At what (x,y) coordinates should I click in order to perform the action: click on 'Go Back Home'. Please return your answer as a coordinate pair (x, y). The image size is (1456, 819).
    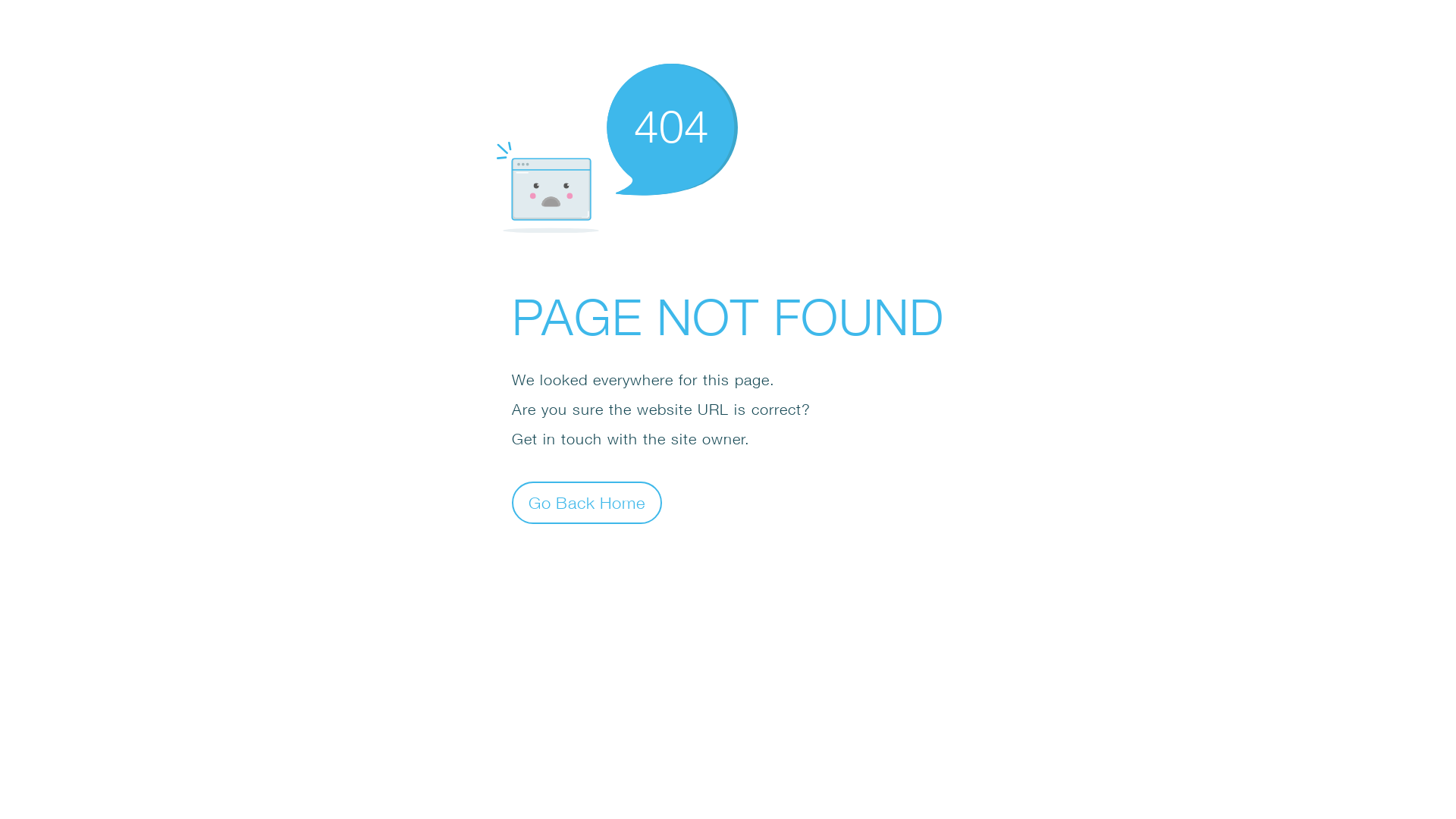
    Looking at the image, I should click on (585, 503).